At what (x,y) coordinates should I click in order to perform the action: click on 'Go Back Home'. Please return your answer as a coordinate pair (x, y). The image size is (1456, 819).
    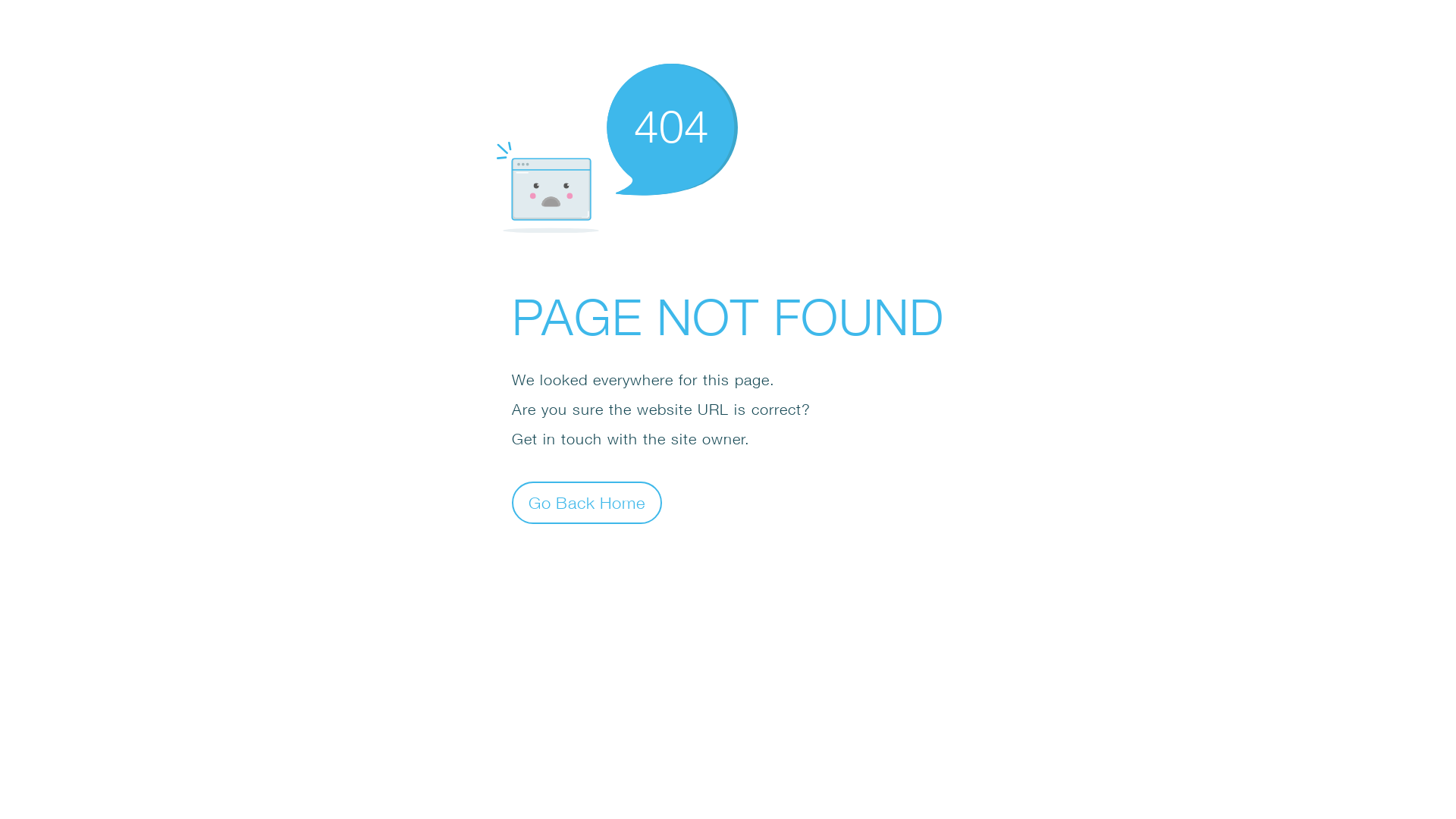
    Looking at the image, I should click on (585, 503).